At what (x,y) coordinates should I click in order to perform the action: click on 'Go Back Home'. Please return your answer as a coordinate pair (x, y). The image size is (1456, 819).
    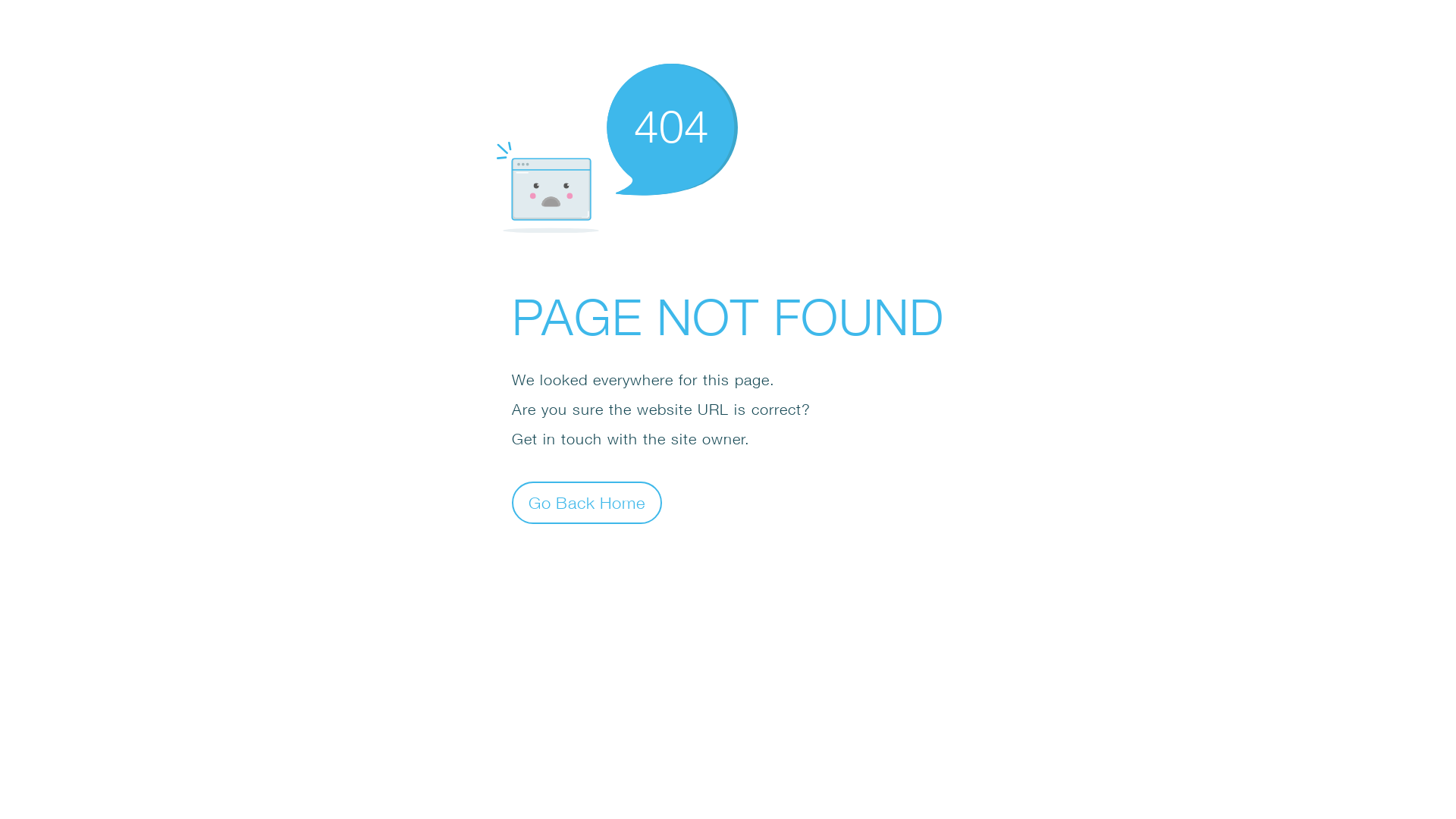
    Looking at the image, I should click on (585, 503).